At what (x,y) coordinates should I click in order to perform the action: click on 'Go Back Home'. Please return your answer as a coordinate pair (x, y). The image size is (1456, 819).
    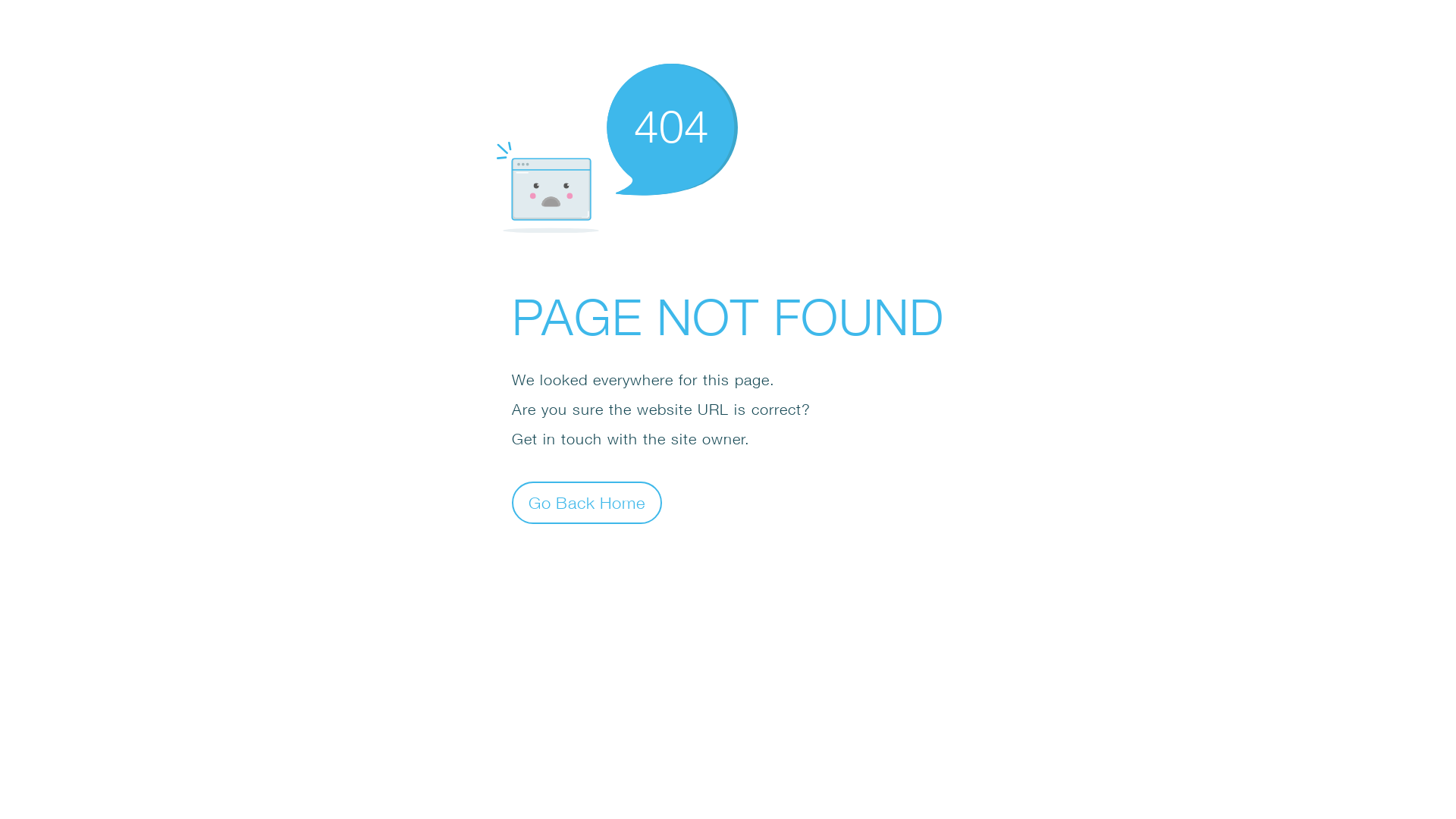
    Looking at the image, I should click on (585, 503).